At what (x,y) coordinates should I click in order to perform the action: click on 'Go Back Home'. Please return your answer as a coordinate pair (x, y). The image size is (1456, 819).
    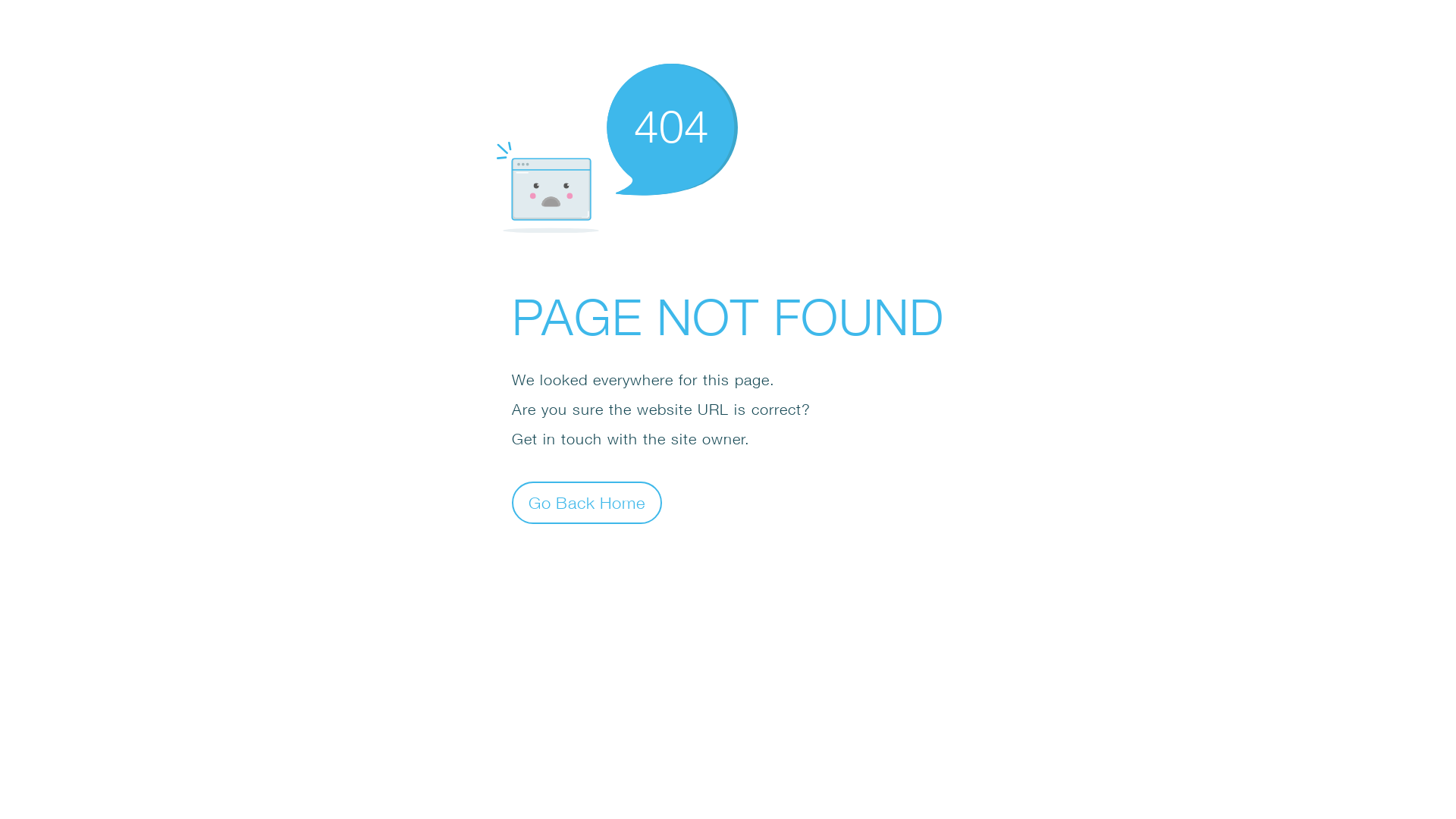
    Looking at the image, I should click on (585, 503).